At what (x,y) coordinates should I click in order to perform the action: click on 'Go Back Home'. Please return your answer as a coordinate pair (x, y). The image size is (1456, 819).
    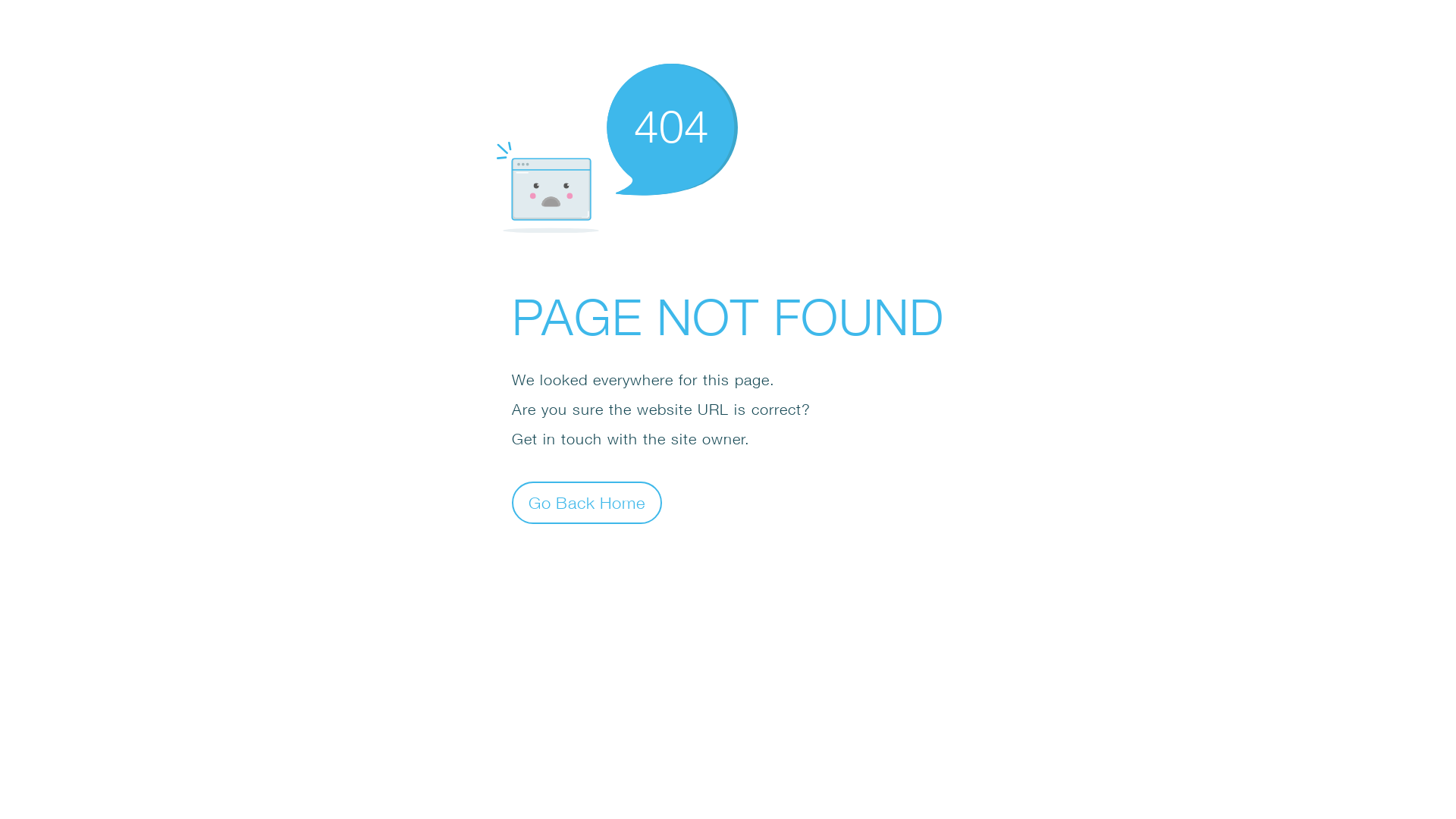
    Looking at the image, I should click on (585, 503).